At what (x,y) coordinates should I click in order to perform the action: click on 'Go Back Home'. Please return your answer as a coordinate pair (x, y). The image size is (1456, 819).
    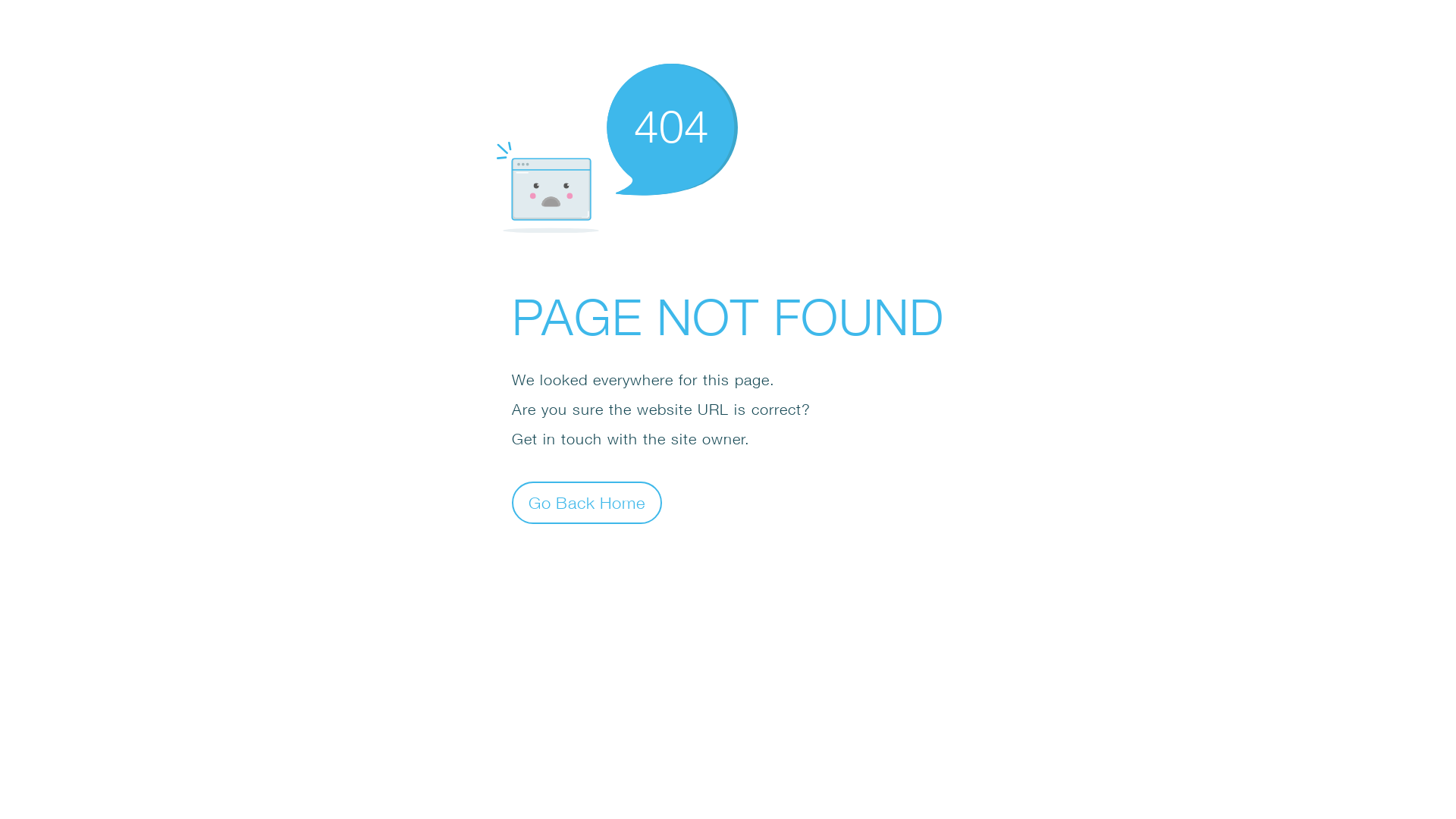
    Looking at the image, I should click on (585, 503).